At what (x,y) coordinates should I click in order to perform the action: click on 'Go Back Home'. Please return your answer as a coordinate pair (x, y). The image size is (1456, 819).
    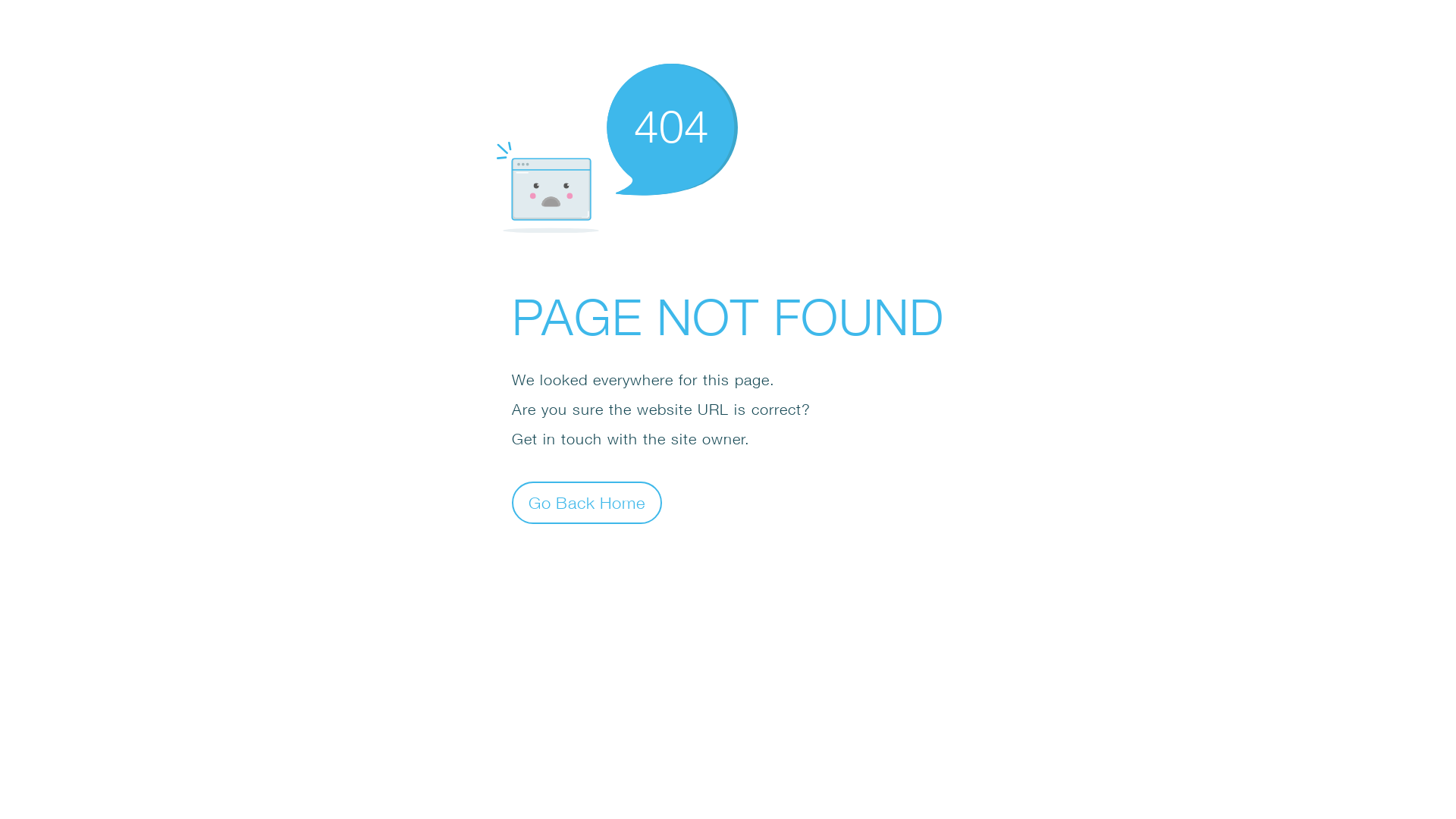
    Looking at the image, I should click on (585, 503).